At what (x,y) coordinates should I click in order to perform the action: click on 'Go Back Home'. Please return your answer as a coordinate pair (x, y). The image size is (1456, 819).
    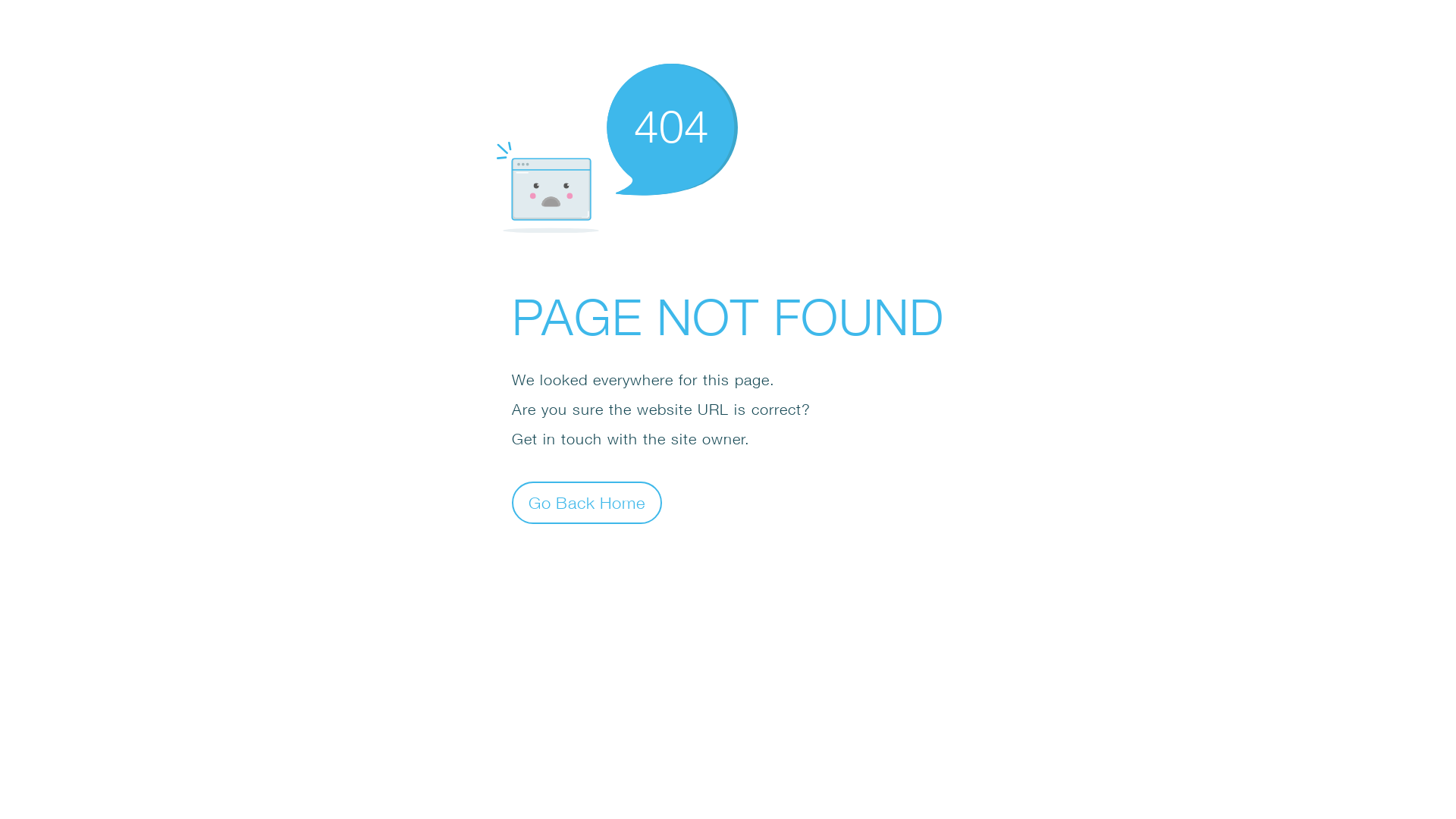
    Looking at the image, I should click on (585, 503).